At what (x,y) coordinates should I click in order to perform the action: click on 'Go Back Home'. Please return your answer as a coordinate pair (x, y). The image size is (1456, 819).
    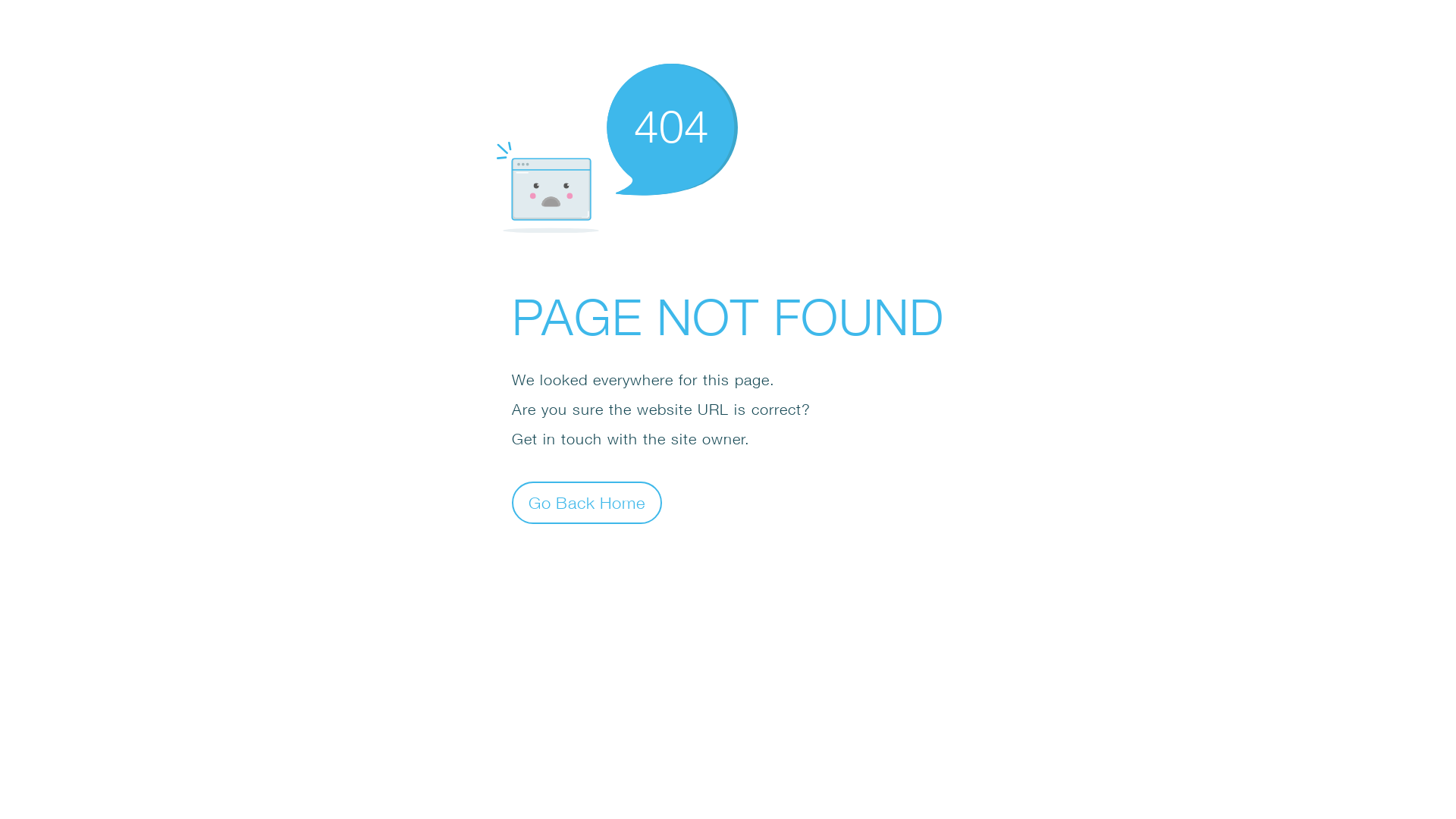
    Looking at the image, I should click on (585, 503).